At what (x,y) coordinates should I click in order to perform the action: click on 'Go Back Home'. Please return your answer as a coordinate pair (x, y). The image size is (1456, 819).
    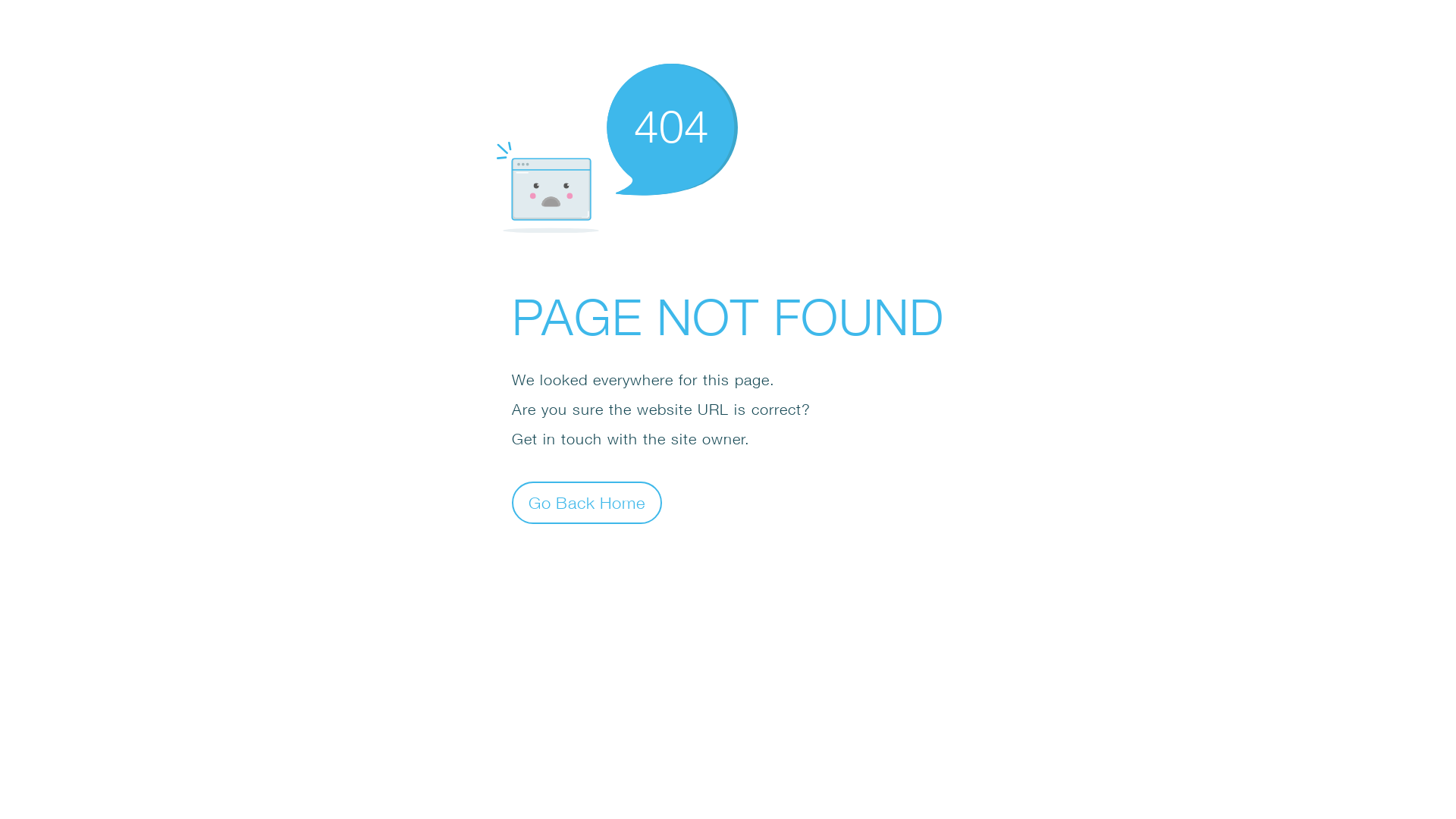
    Looking at the image, I should click on (585, 503).